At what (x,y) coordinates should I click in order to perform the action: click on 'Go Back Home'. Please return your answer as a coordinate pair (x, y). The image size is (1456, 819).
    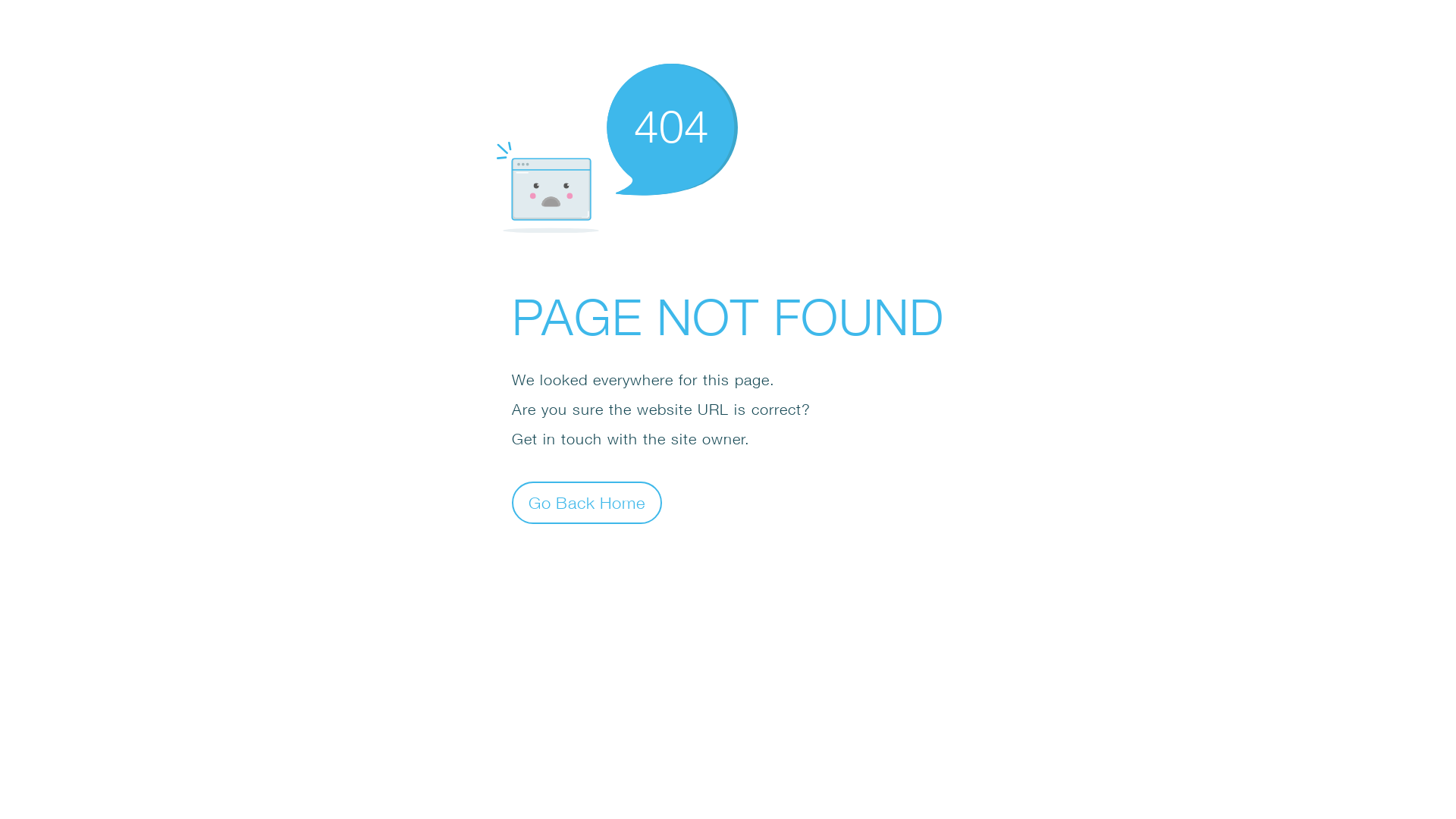
    Looking at the image, I should click on (585, 503).